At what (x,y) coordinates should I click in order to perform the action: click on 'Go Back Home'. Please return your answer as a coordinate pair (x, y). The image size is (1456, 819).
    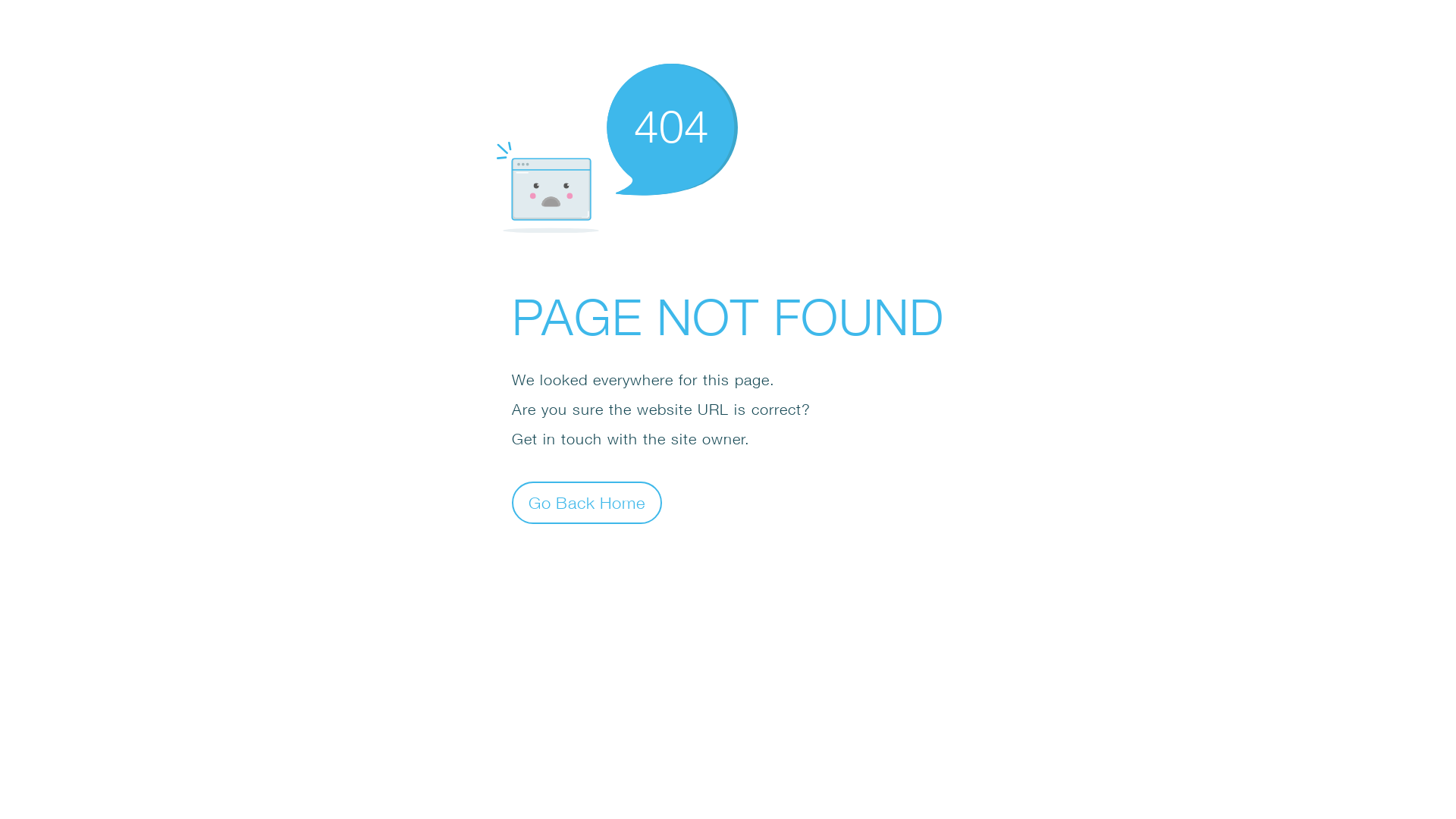
    Looking at the image, I should click on (585, 503).